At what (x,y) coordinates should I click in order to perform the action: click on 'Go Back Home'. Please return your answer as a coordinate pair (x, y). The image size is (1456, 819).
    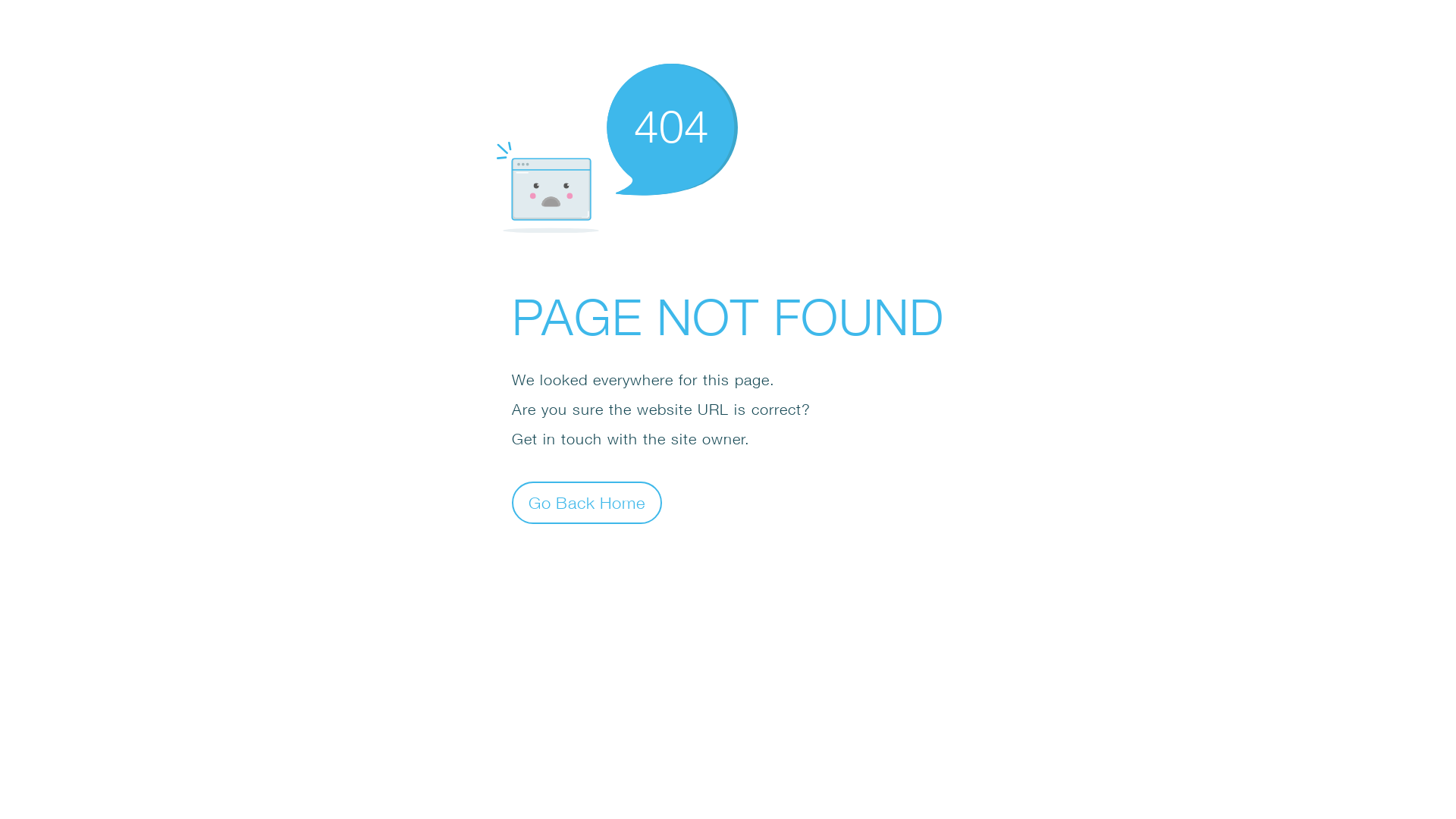
    Looking at the image, I should click on (585, 503).